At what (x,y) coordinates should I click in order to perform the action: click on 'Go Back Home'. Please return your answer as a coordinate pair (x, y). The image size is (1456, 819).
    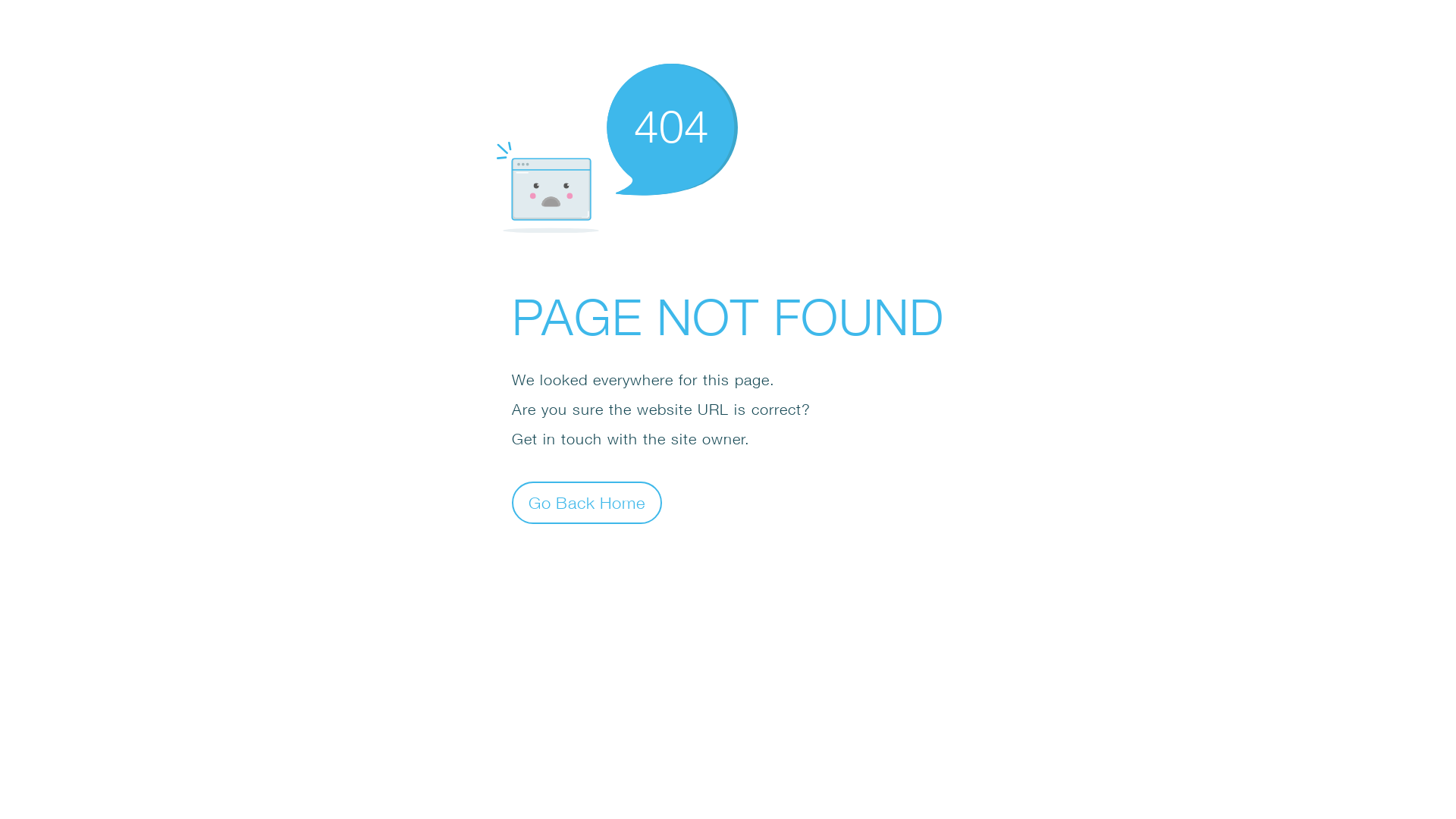
    Looking at the image, I should click on (585, 503).